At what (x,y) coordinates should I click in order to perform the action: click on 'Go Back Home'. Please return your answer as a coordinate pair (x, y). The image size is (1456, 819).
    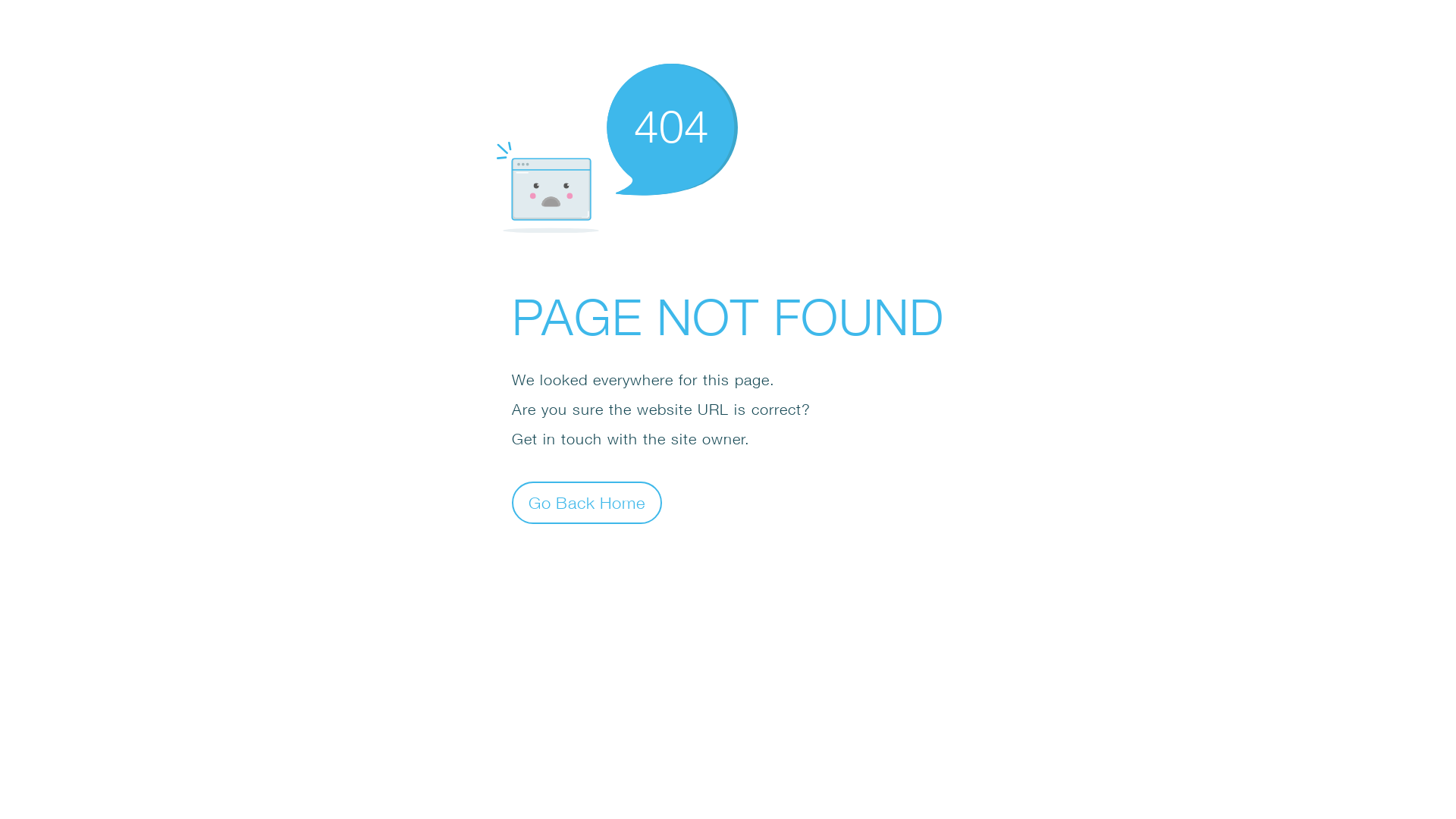
    Looking at the image, I should click on (585, 503).